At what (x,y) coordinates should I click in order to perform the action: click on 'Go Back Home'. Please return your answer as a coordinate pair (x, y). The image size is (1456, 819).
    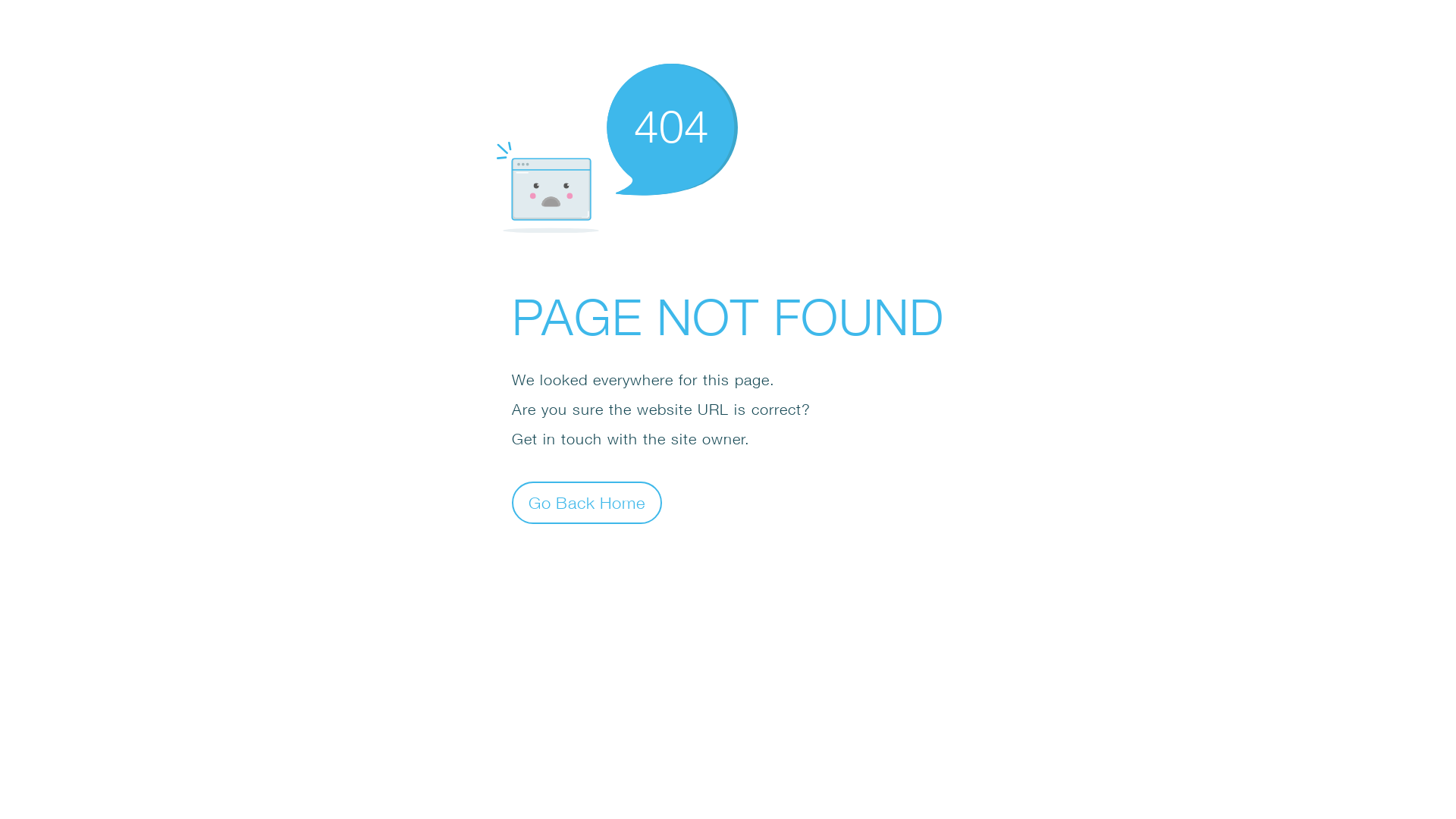
    Looking at the image, I should click on (585, 503).